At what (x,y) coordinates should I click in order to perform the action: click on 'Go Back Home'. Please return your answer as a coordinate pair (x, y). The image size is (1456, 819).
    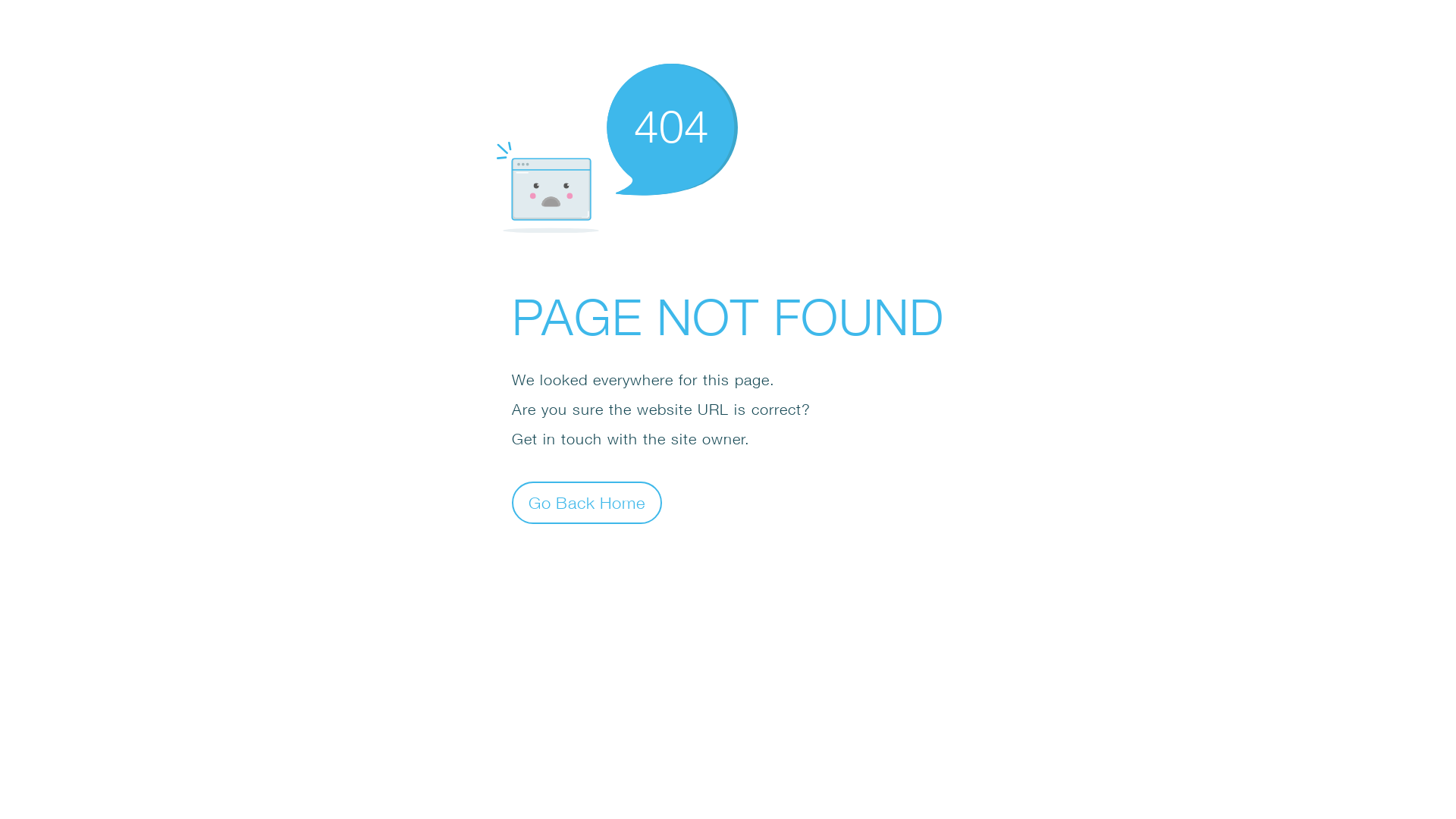
    Looking at the image, I should click on (585, 503).